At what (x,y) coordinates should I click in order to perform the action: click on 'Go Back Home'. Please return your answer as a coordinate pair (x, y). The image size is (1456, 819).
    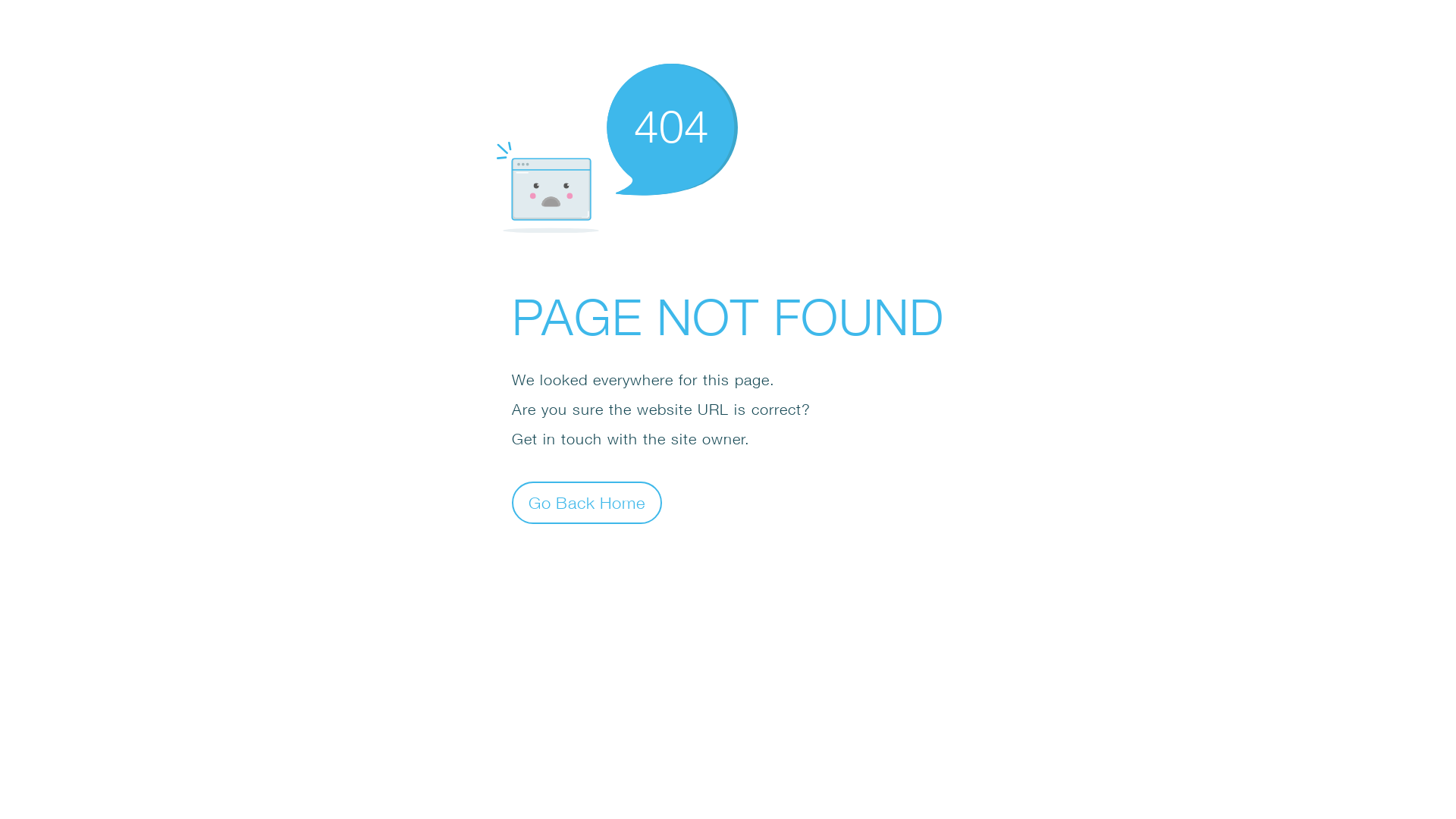
    Looking at the image, I should click on (585, 503).